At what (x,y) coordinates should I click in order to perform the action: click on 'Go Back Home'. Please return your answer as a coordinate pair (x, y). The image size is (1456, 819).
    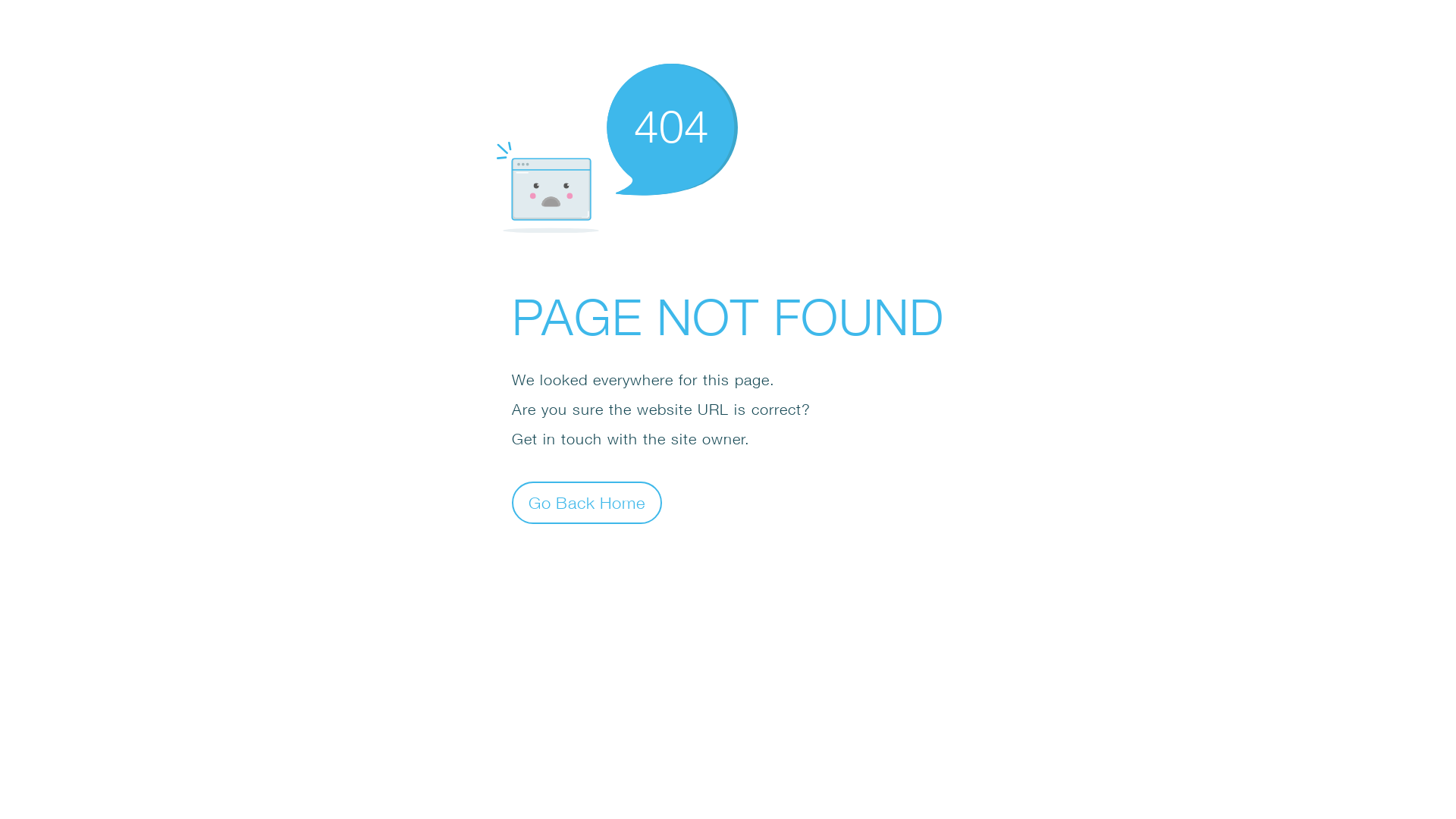
    Looking at the image, I should click on (585, 503).